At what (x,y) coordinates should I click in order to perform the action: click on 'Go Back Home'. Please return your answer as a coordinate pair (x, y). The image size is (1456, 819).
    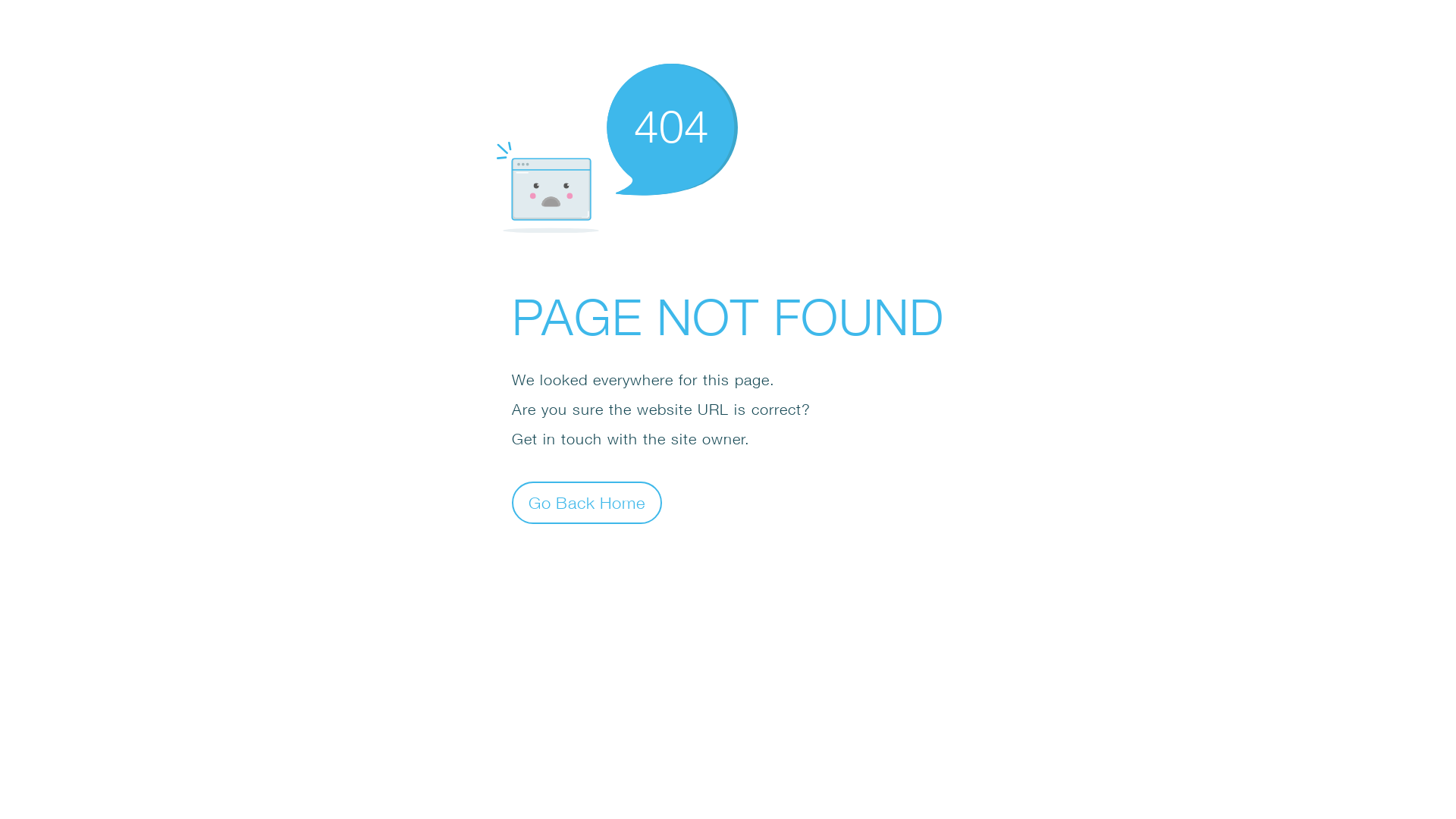
    Looking at the image, I should click on (585, 503).